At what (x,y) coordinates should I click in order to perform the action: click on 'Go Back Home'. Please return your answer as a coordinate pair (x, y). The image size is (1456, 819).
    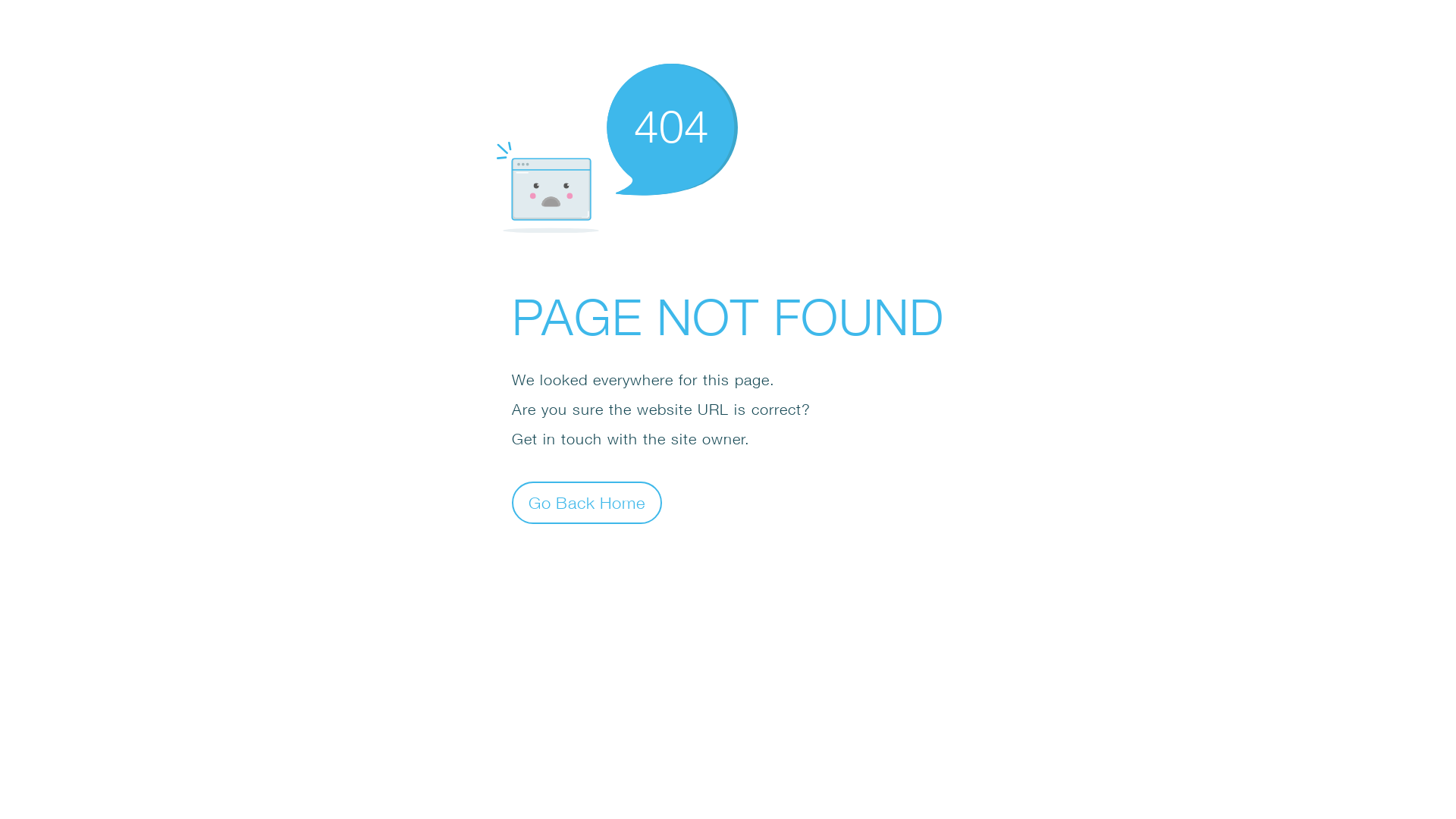
    Looking at the image, I should click on (585, 503).